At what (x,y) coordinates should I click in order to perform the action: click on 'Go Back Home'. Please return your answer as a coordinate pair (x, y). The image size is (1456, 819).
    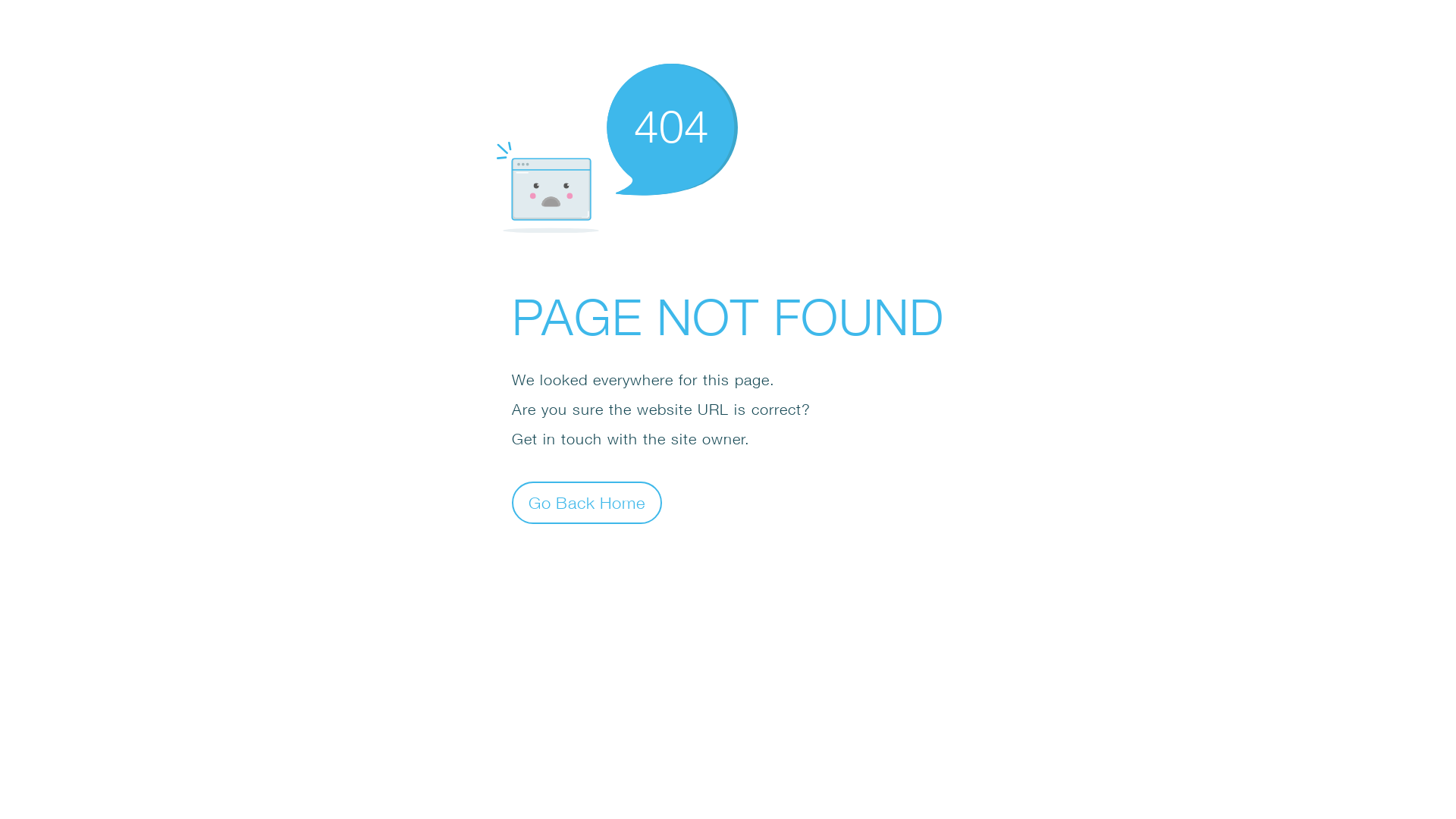
    Looking at the image, I should click on (585, 503).